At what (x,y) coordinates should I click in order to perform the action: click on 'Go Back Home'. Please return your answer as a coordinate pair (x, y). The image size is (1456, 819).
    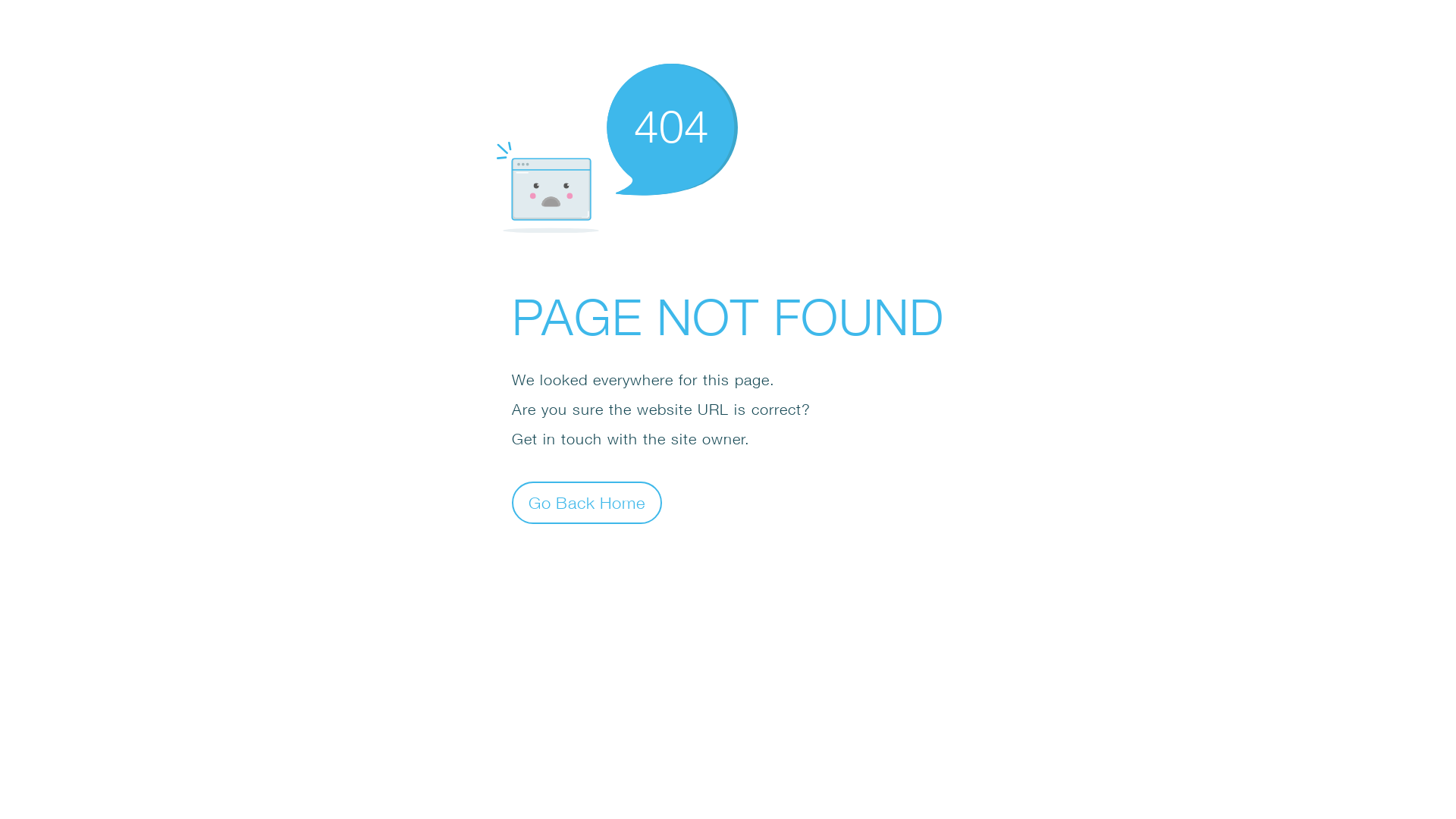
    Looking at the image, I should click on (585, 503).